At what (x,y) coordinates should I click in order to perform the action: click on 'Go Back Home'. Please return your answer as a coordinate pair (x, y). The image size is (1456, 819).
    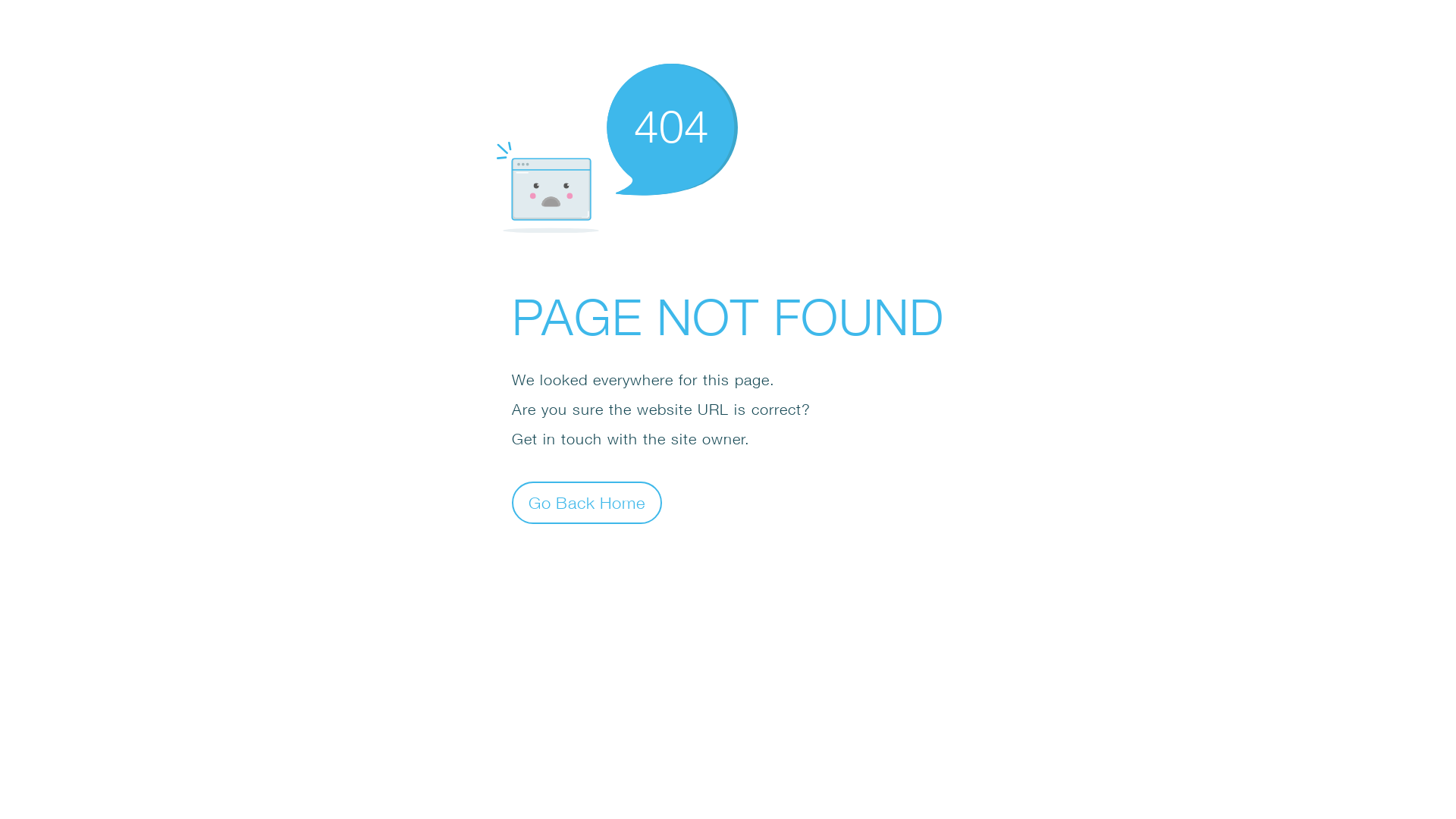
    Looking at the image, I should click on (585, 503).